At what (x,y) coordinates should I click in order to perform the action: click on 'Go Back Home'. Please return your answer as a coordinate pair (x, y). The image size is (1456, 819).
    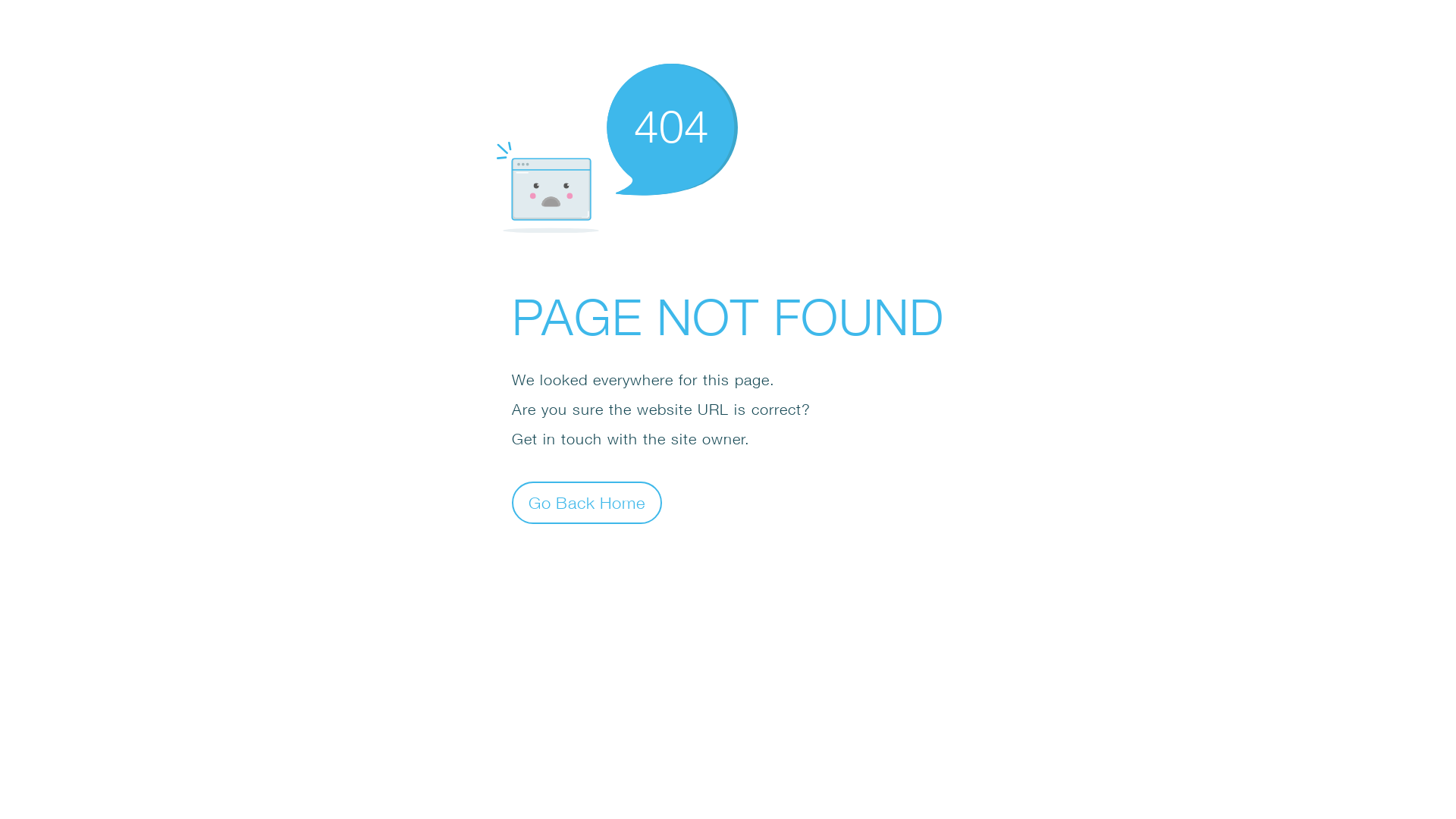
    Looking at the image, I should click on (585, 503).